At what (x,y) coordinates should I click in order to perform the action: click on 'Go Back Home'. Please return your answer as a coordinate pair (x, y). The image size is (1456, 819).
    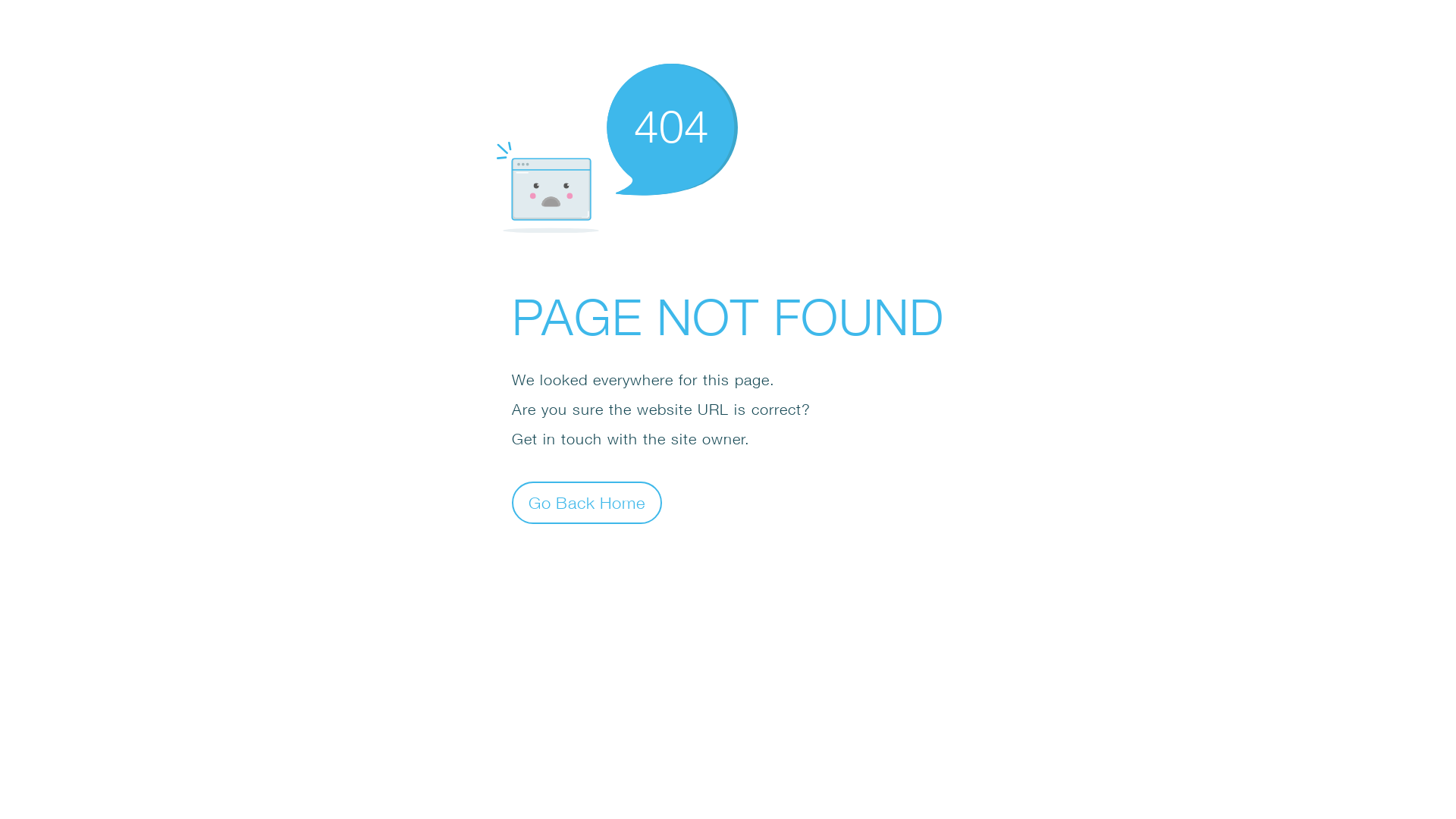
    Looking at the image, I should click on (585, 503).